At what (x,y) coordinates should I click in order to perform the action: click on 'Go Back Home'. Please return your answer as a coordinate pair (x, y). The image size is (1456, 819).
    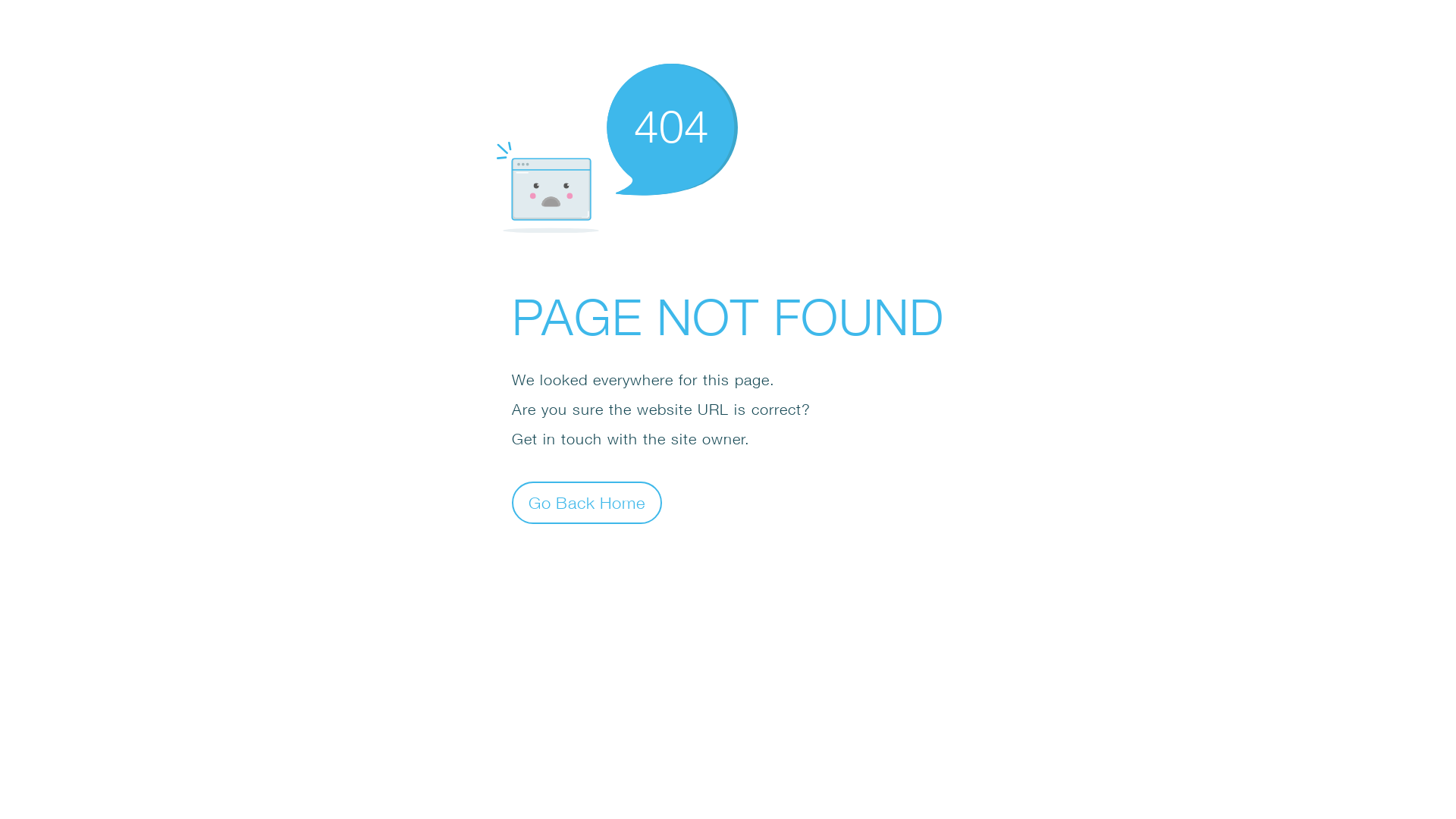
    Looking at the image, I should click on (585, 503).